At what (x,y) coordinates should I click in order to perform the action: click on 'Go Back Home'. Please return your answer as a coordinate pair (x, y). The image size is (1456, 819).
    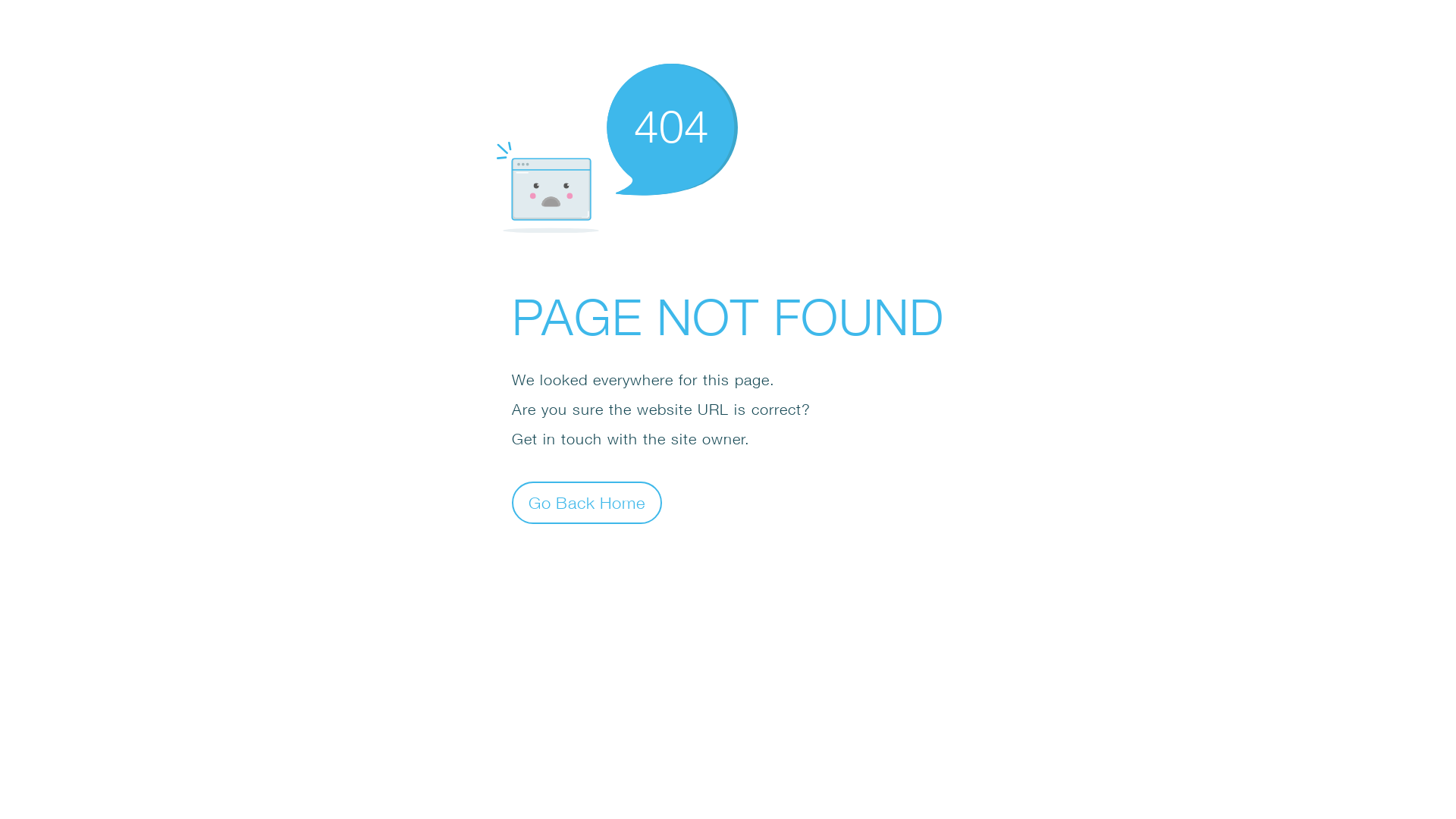
    Looking at the image, I should click on (585, 503).